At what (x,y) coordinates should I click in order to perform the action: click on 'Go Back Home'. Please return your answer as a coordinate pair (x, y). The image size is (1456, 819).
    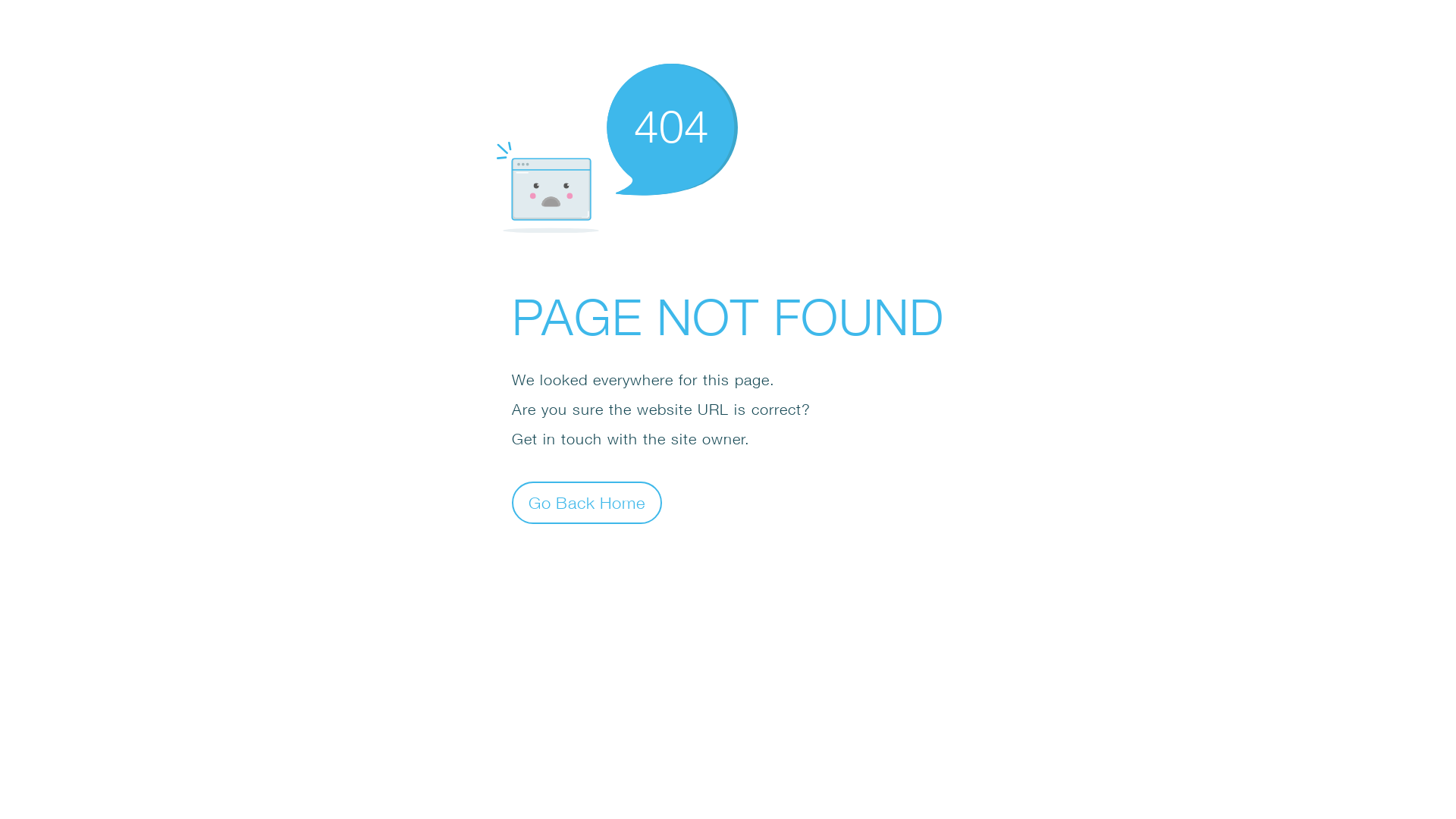
    Looking at the image, I should click on (585, 503).